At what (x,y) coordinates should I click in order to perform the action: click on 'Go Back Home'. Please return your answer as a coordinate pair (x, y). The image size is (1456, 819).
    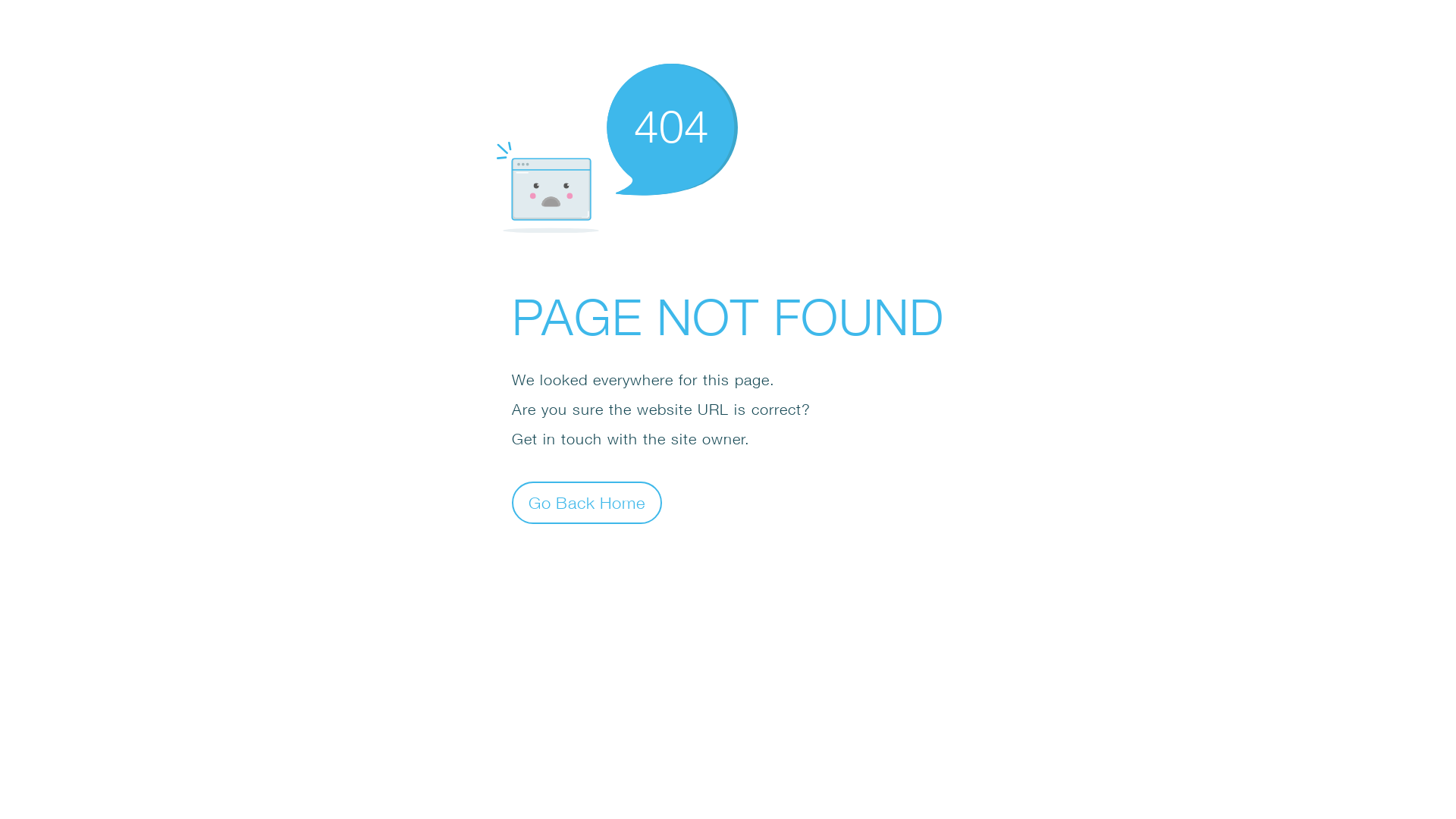
    Looking at the image, I should click on (585, 503).